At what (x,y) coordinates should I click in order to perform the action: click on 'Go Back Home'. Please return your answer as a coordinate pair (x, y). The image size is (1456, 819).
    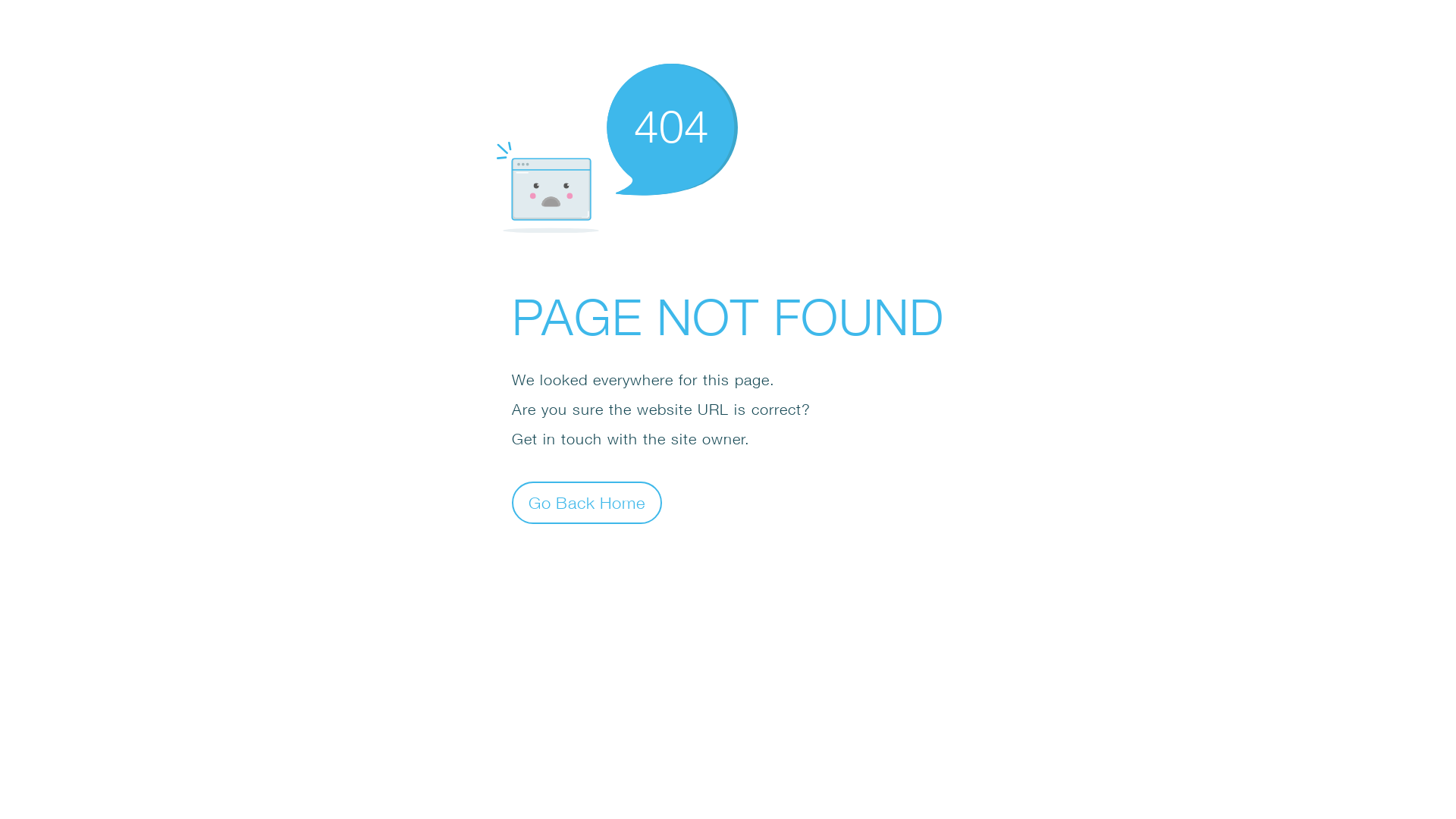
    Looking at the image, I should click on (585, 503).